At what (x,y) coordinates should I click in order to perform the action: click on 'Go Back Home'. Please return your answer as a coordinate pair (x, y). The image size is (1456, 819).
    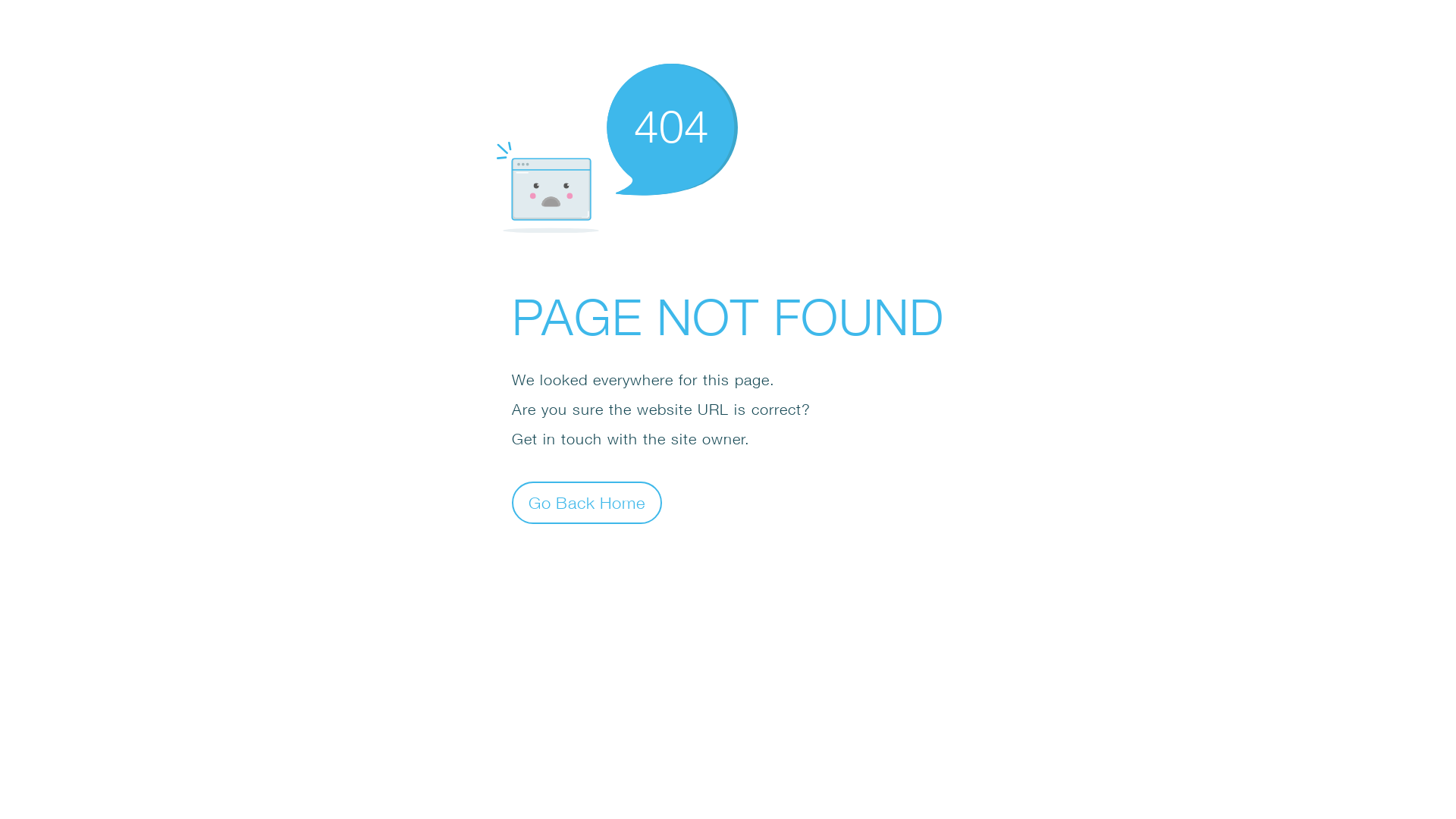
    Looking at the image, I should click on (585, 503).